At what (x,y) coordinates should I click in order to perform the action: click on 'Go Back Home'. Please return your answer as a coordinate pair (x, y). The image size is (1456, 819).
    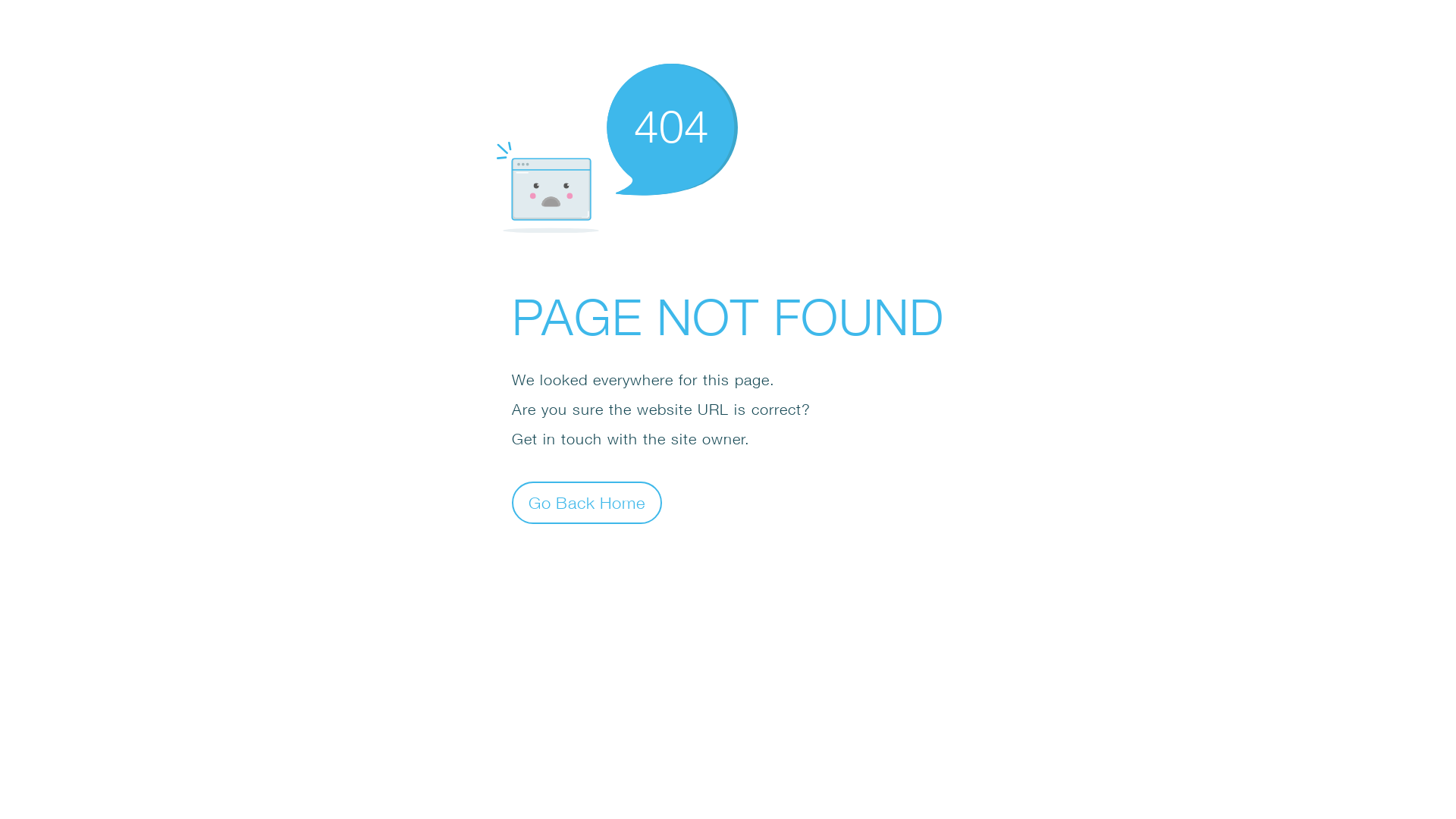
    Looking at the image, I should click on (585, 503).